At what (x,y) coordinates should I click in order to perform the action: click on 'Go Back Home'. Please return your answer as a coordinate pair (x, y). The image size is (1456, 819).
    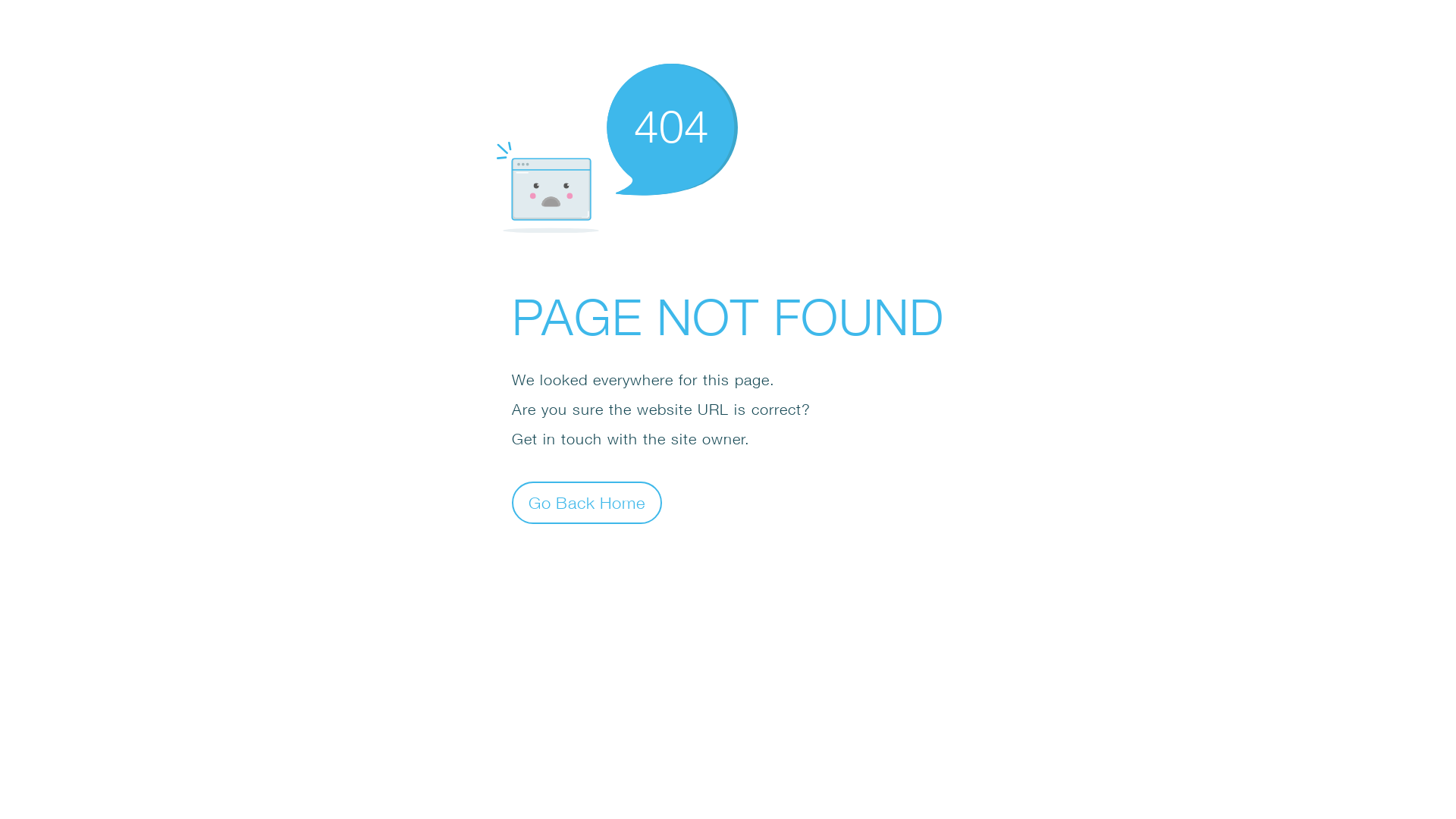
    Looking at the image, I should click on (585, 503).